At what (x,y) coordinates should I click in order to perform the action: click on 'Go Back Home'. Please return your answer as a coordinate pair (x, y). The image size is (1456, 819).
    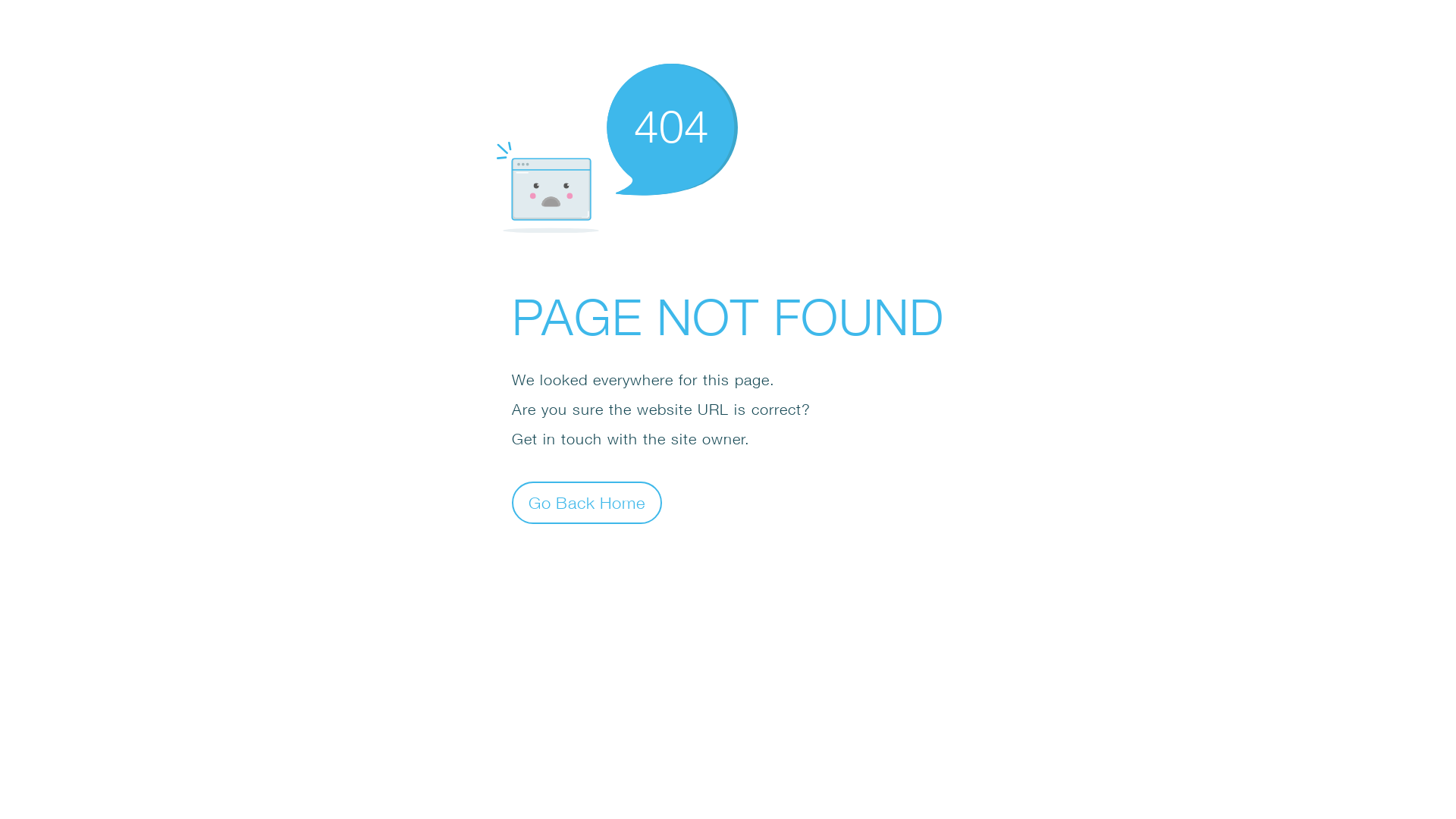
    Looking at the image, I should click on (585, 503).